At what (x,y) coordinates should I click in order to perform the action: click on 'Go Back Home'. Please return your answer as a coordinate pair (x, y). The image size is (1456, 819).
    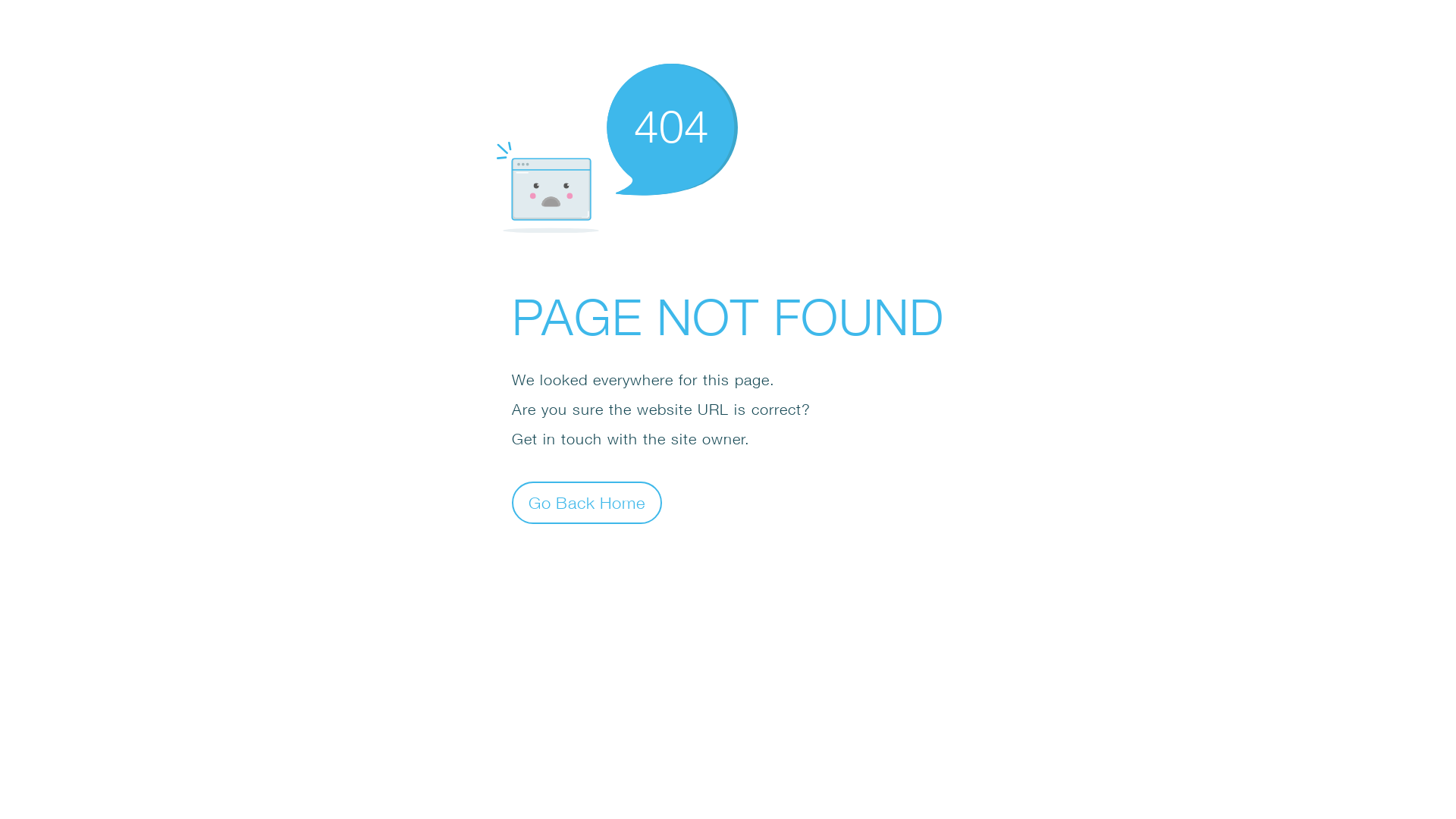
    Looking at the image, I should click on (585, 503).